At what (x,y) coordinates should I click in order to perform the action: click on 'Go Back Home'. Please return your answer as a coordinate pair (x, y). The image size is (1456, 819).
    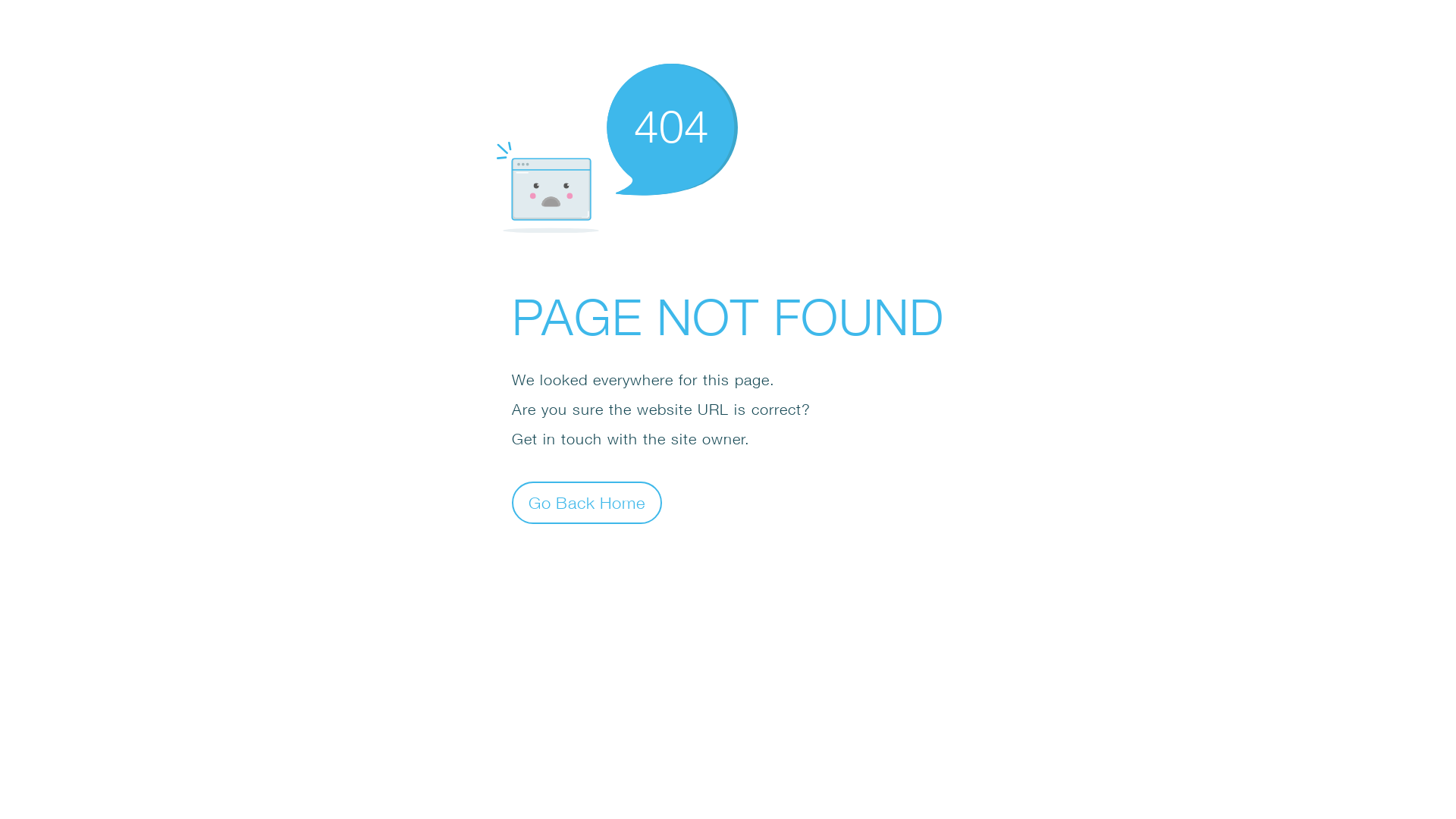
    Looking at the image, I should click on (585, 503).